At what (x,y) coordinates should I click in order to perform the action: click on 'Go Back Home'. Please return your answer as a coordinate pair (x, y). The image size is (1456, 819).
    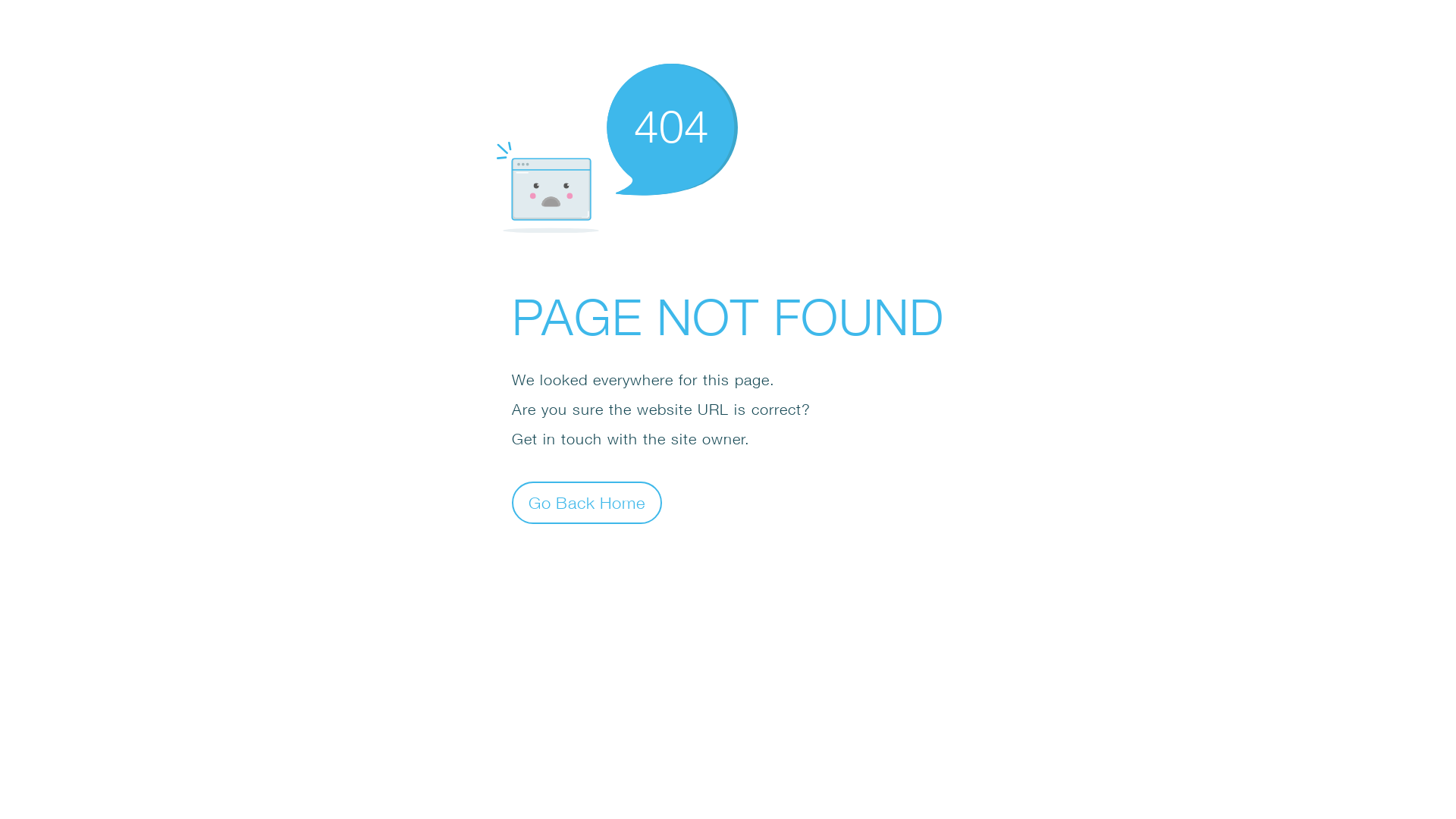
    Looking at the image, I should click on (585, 503).